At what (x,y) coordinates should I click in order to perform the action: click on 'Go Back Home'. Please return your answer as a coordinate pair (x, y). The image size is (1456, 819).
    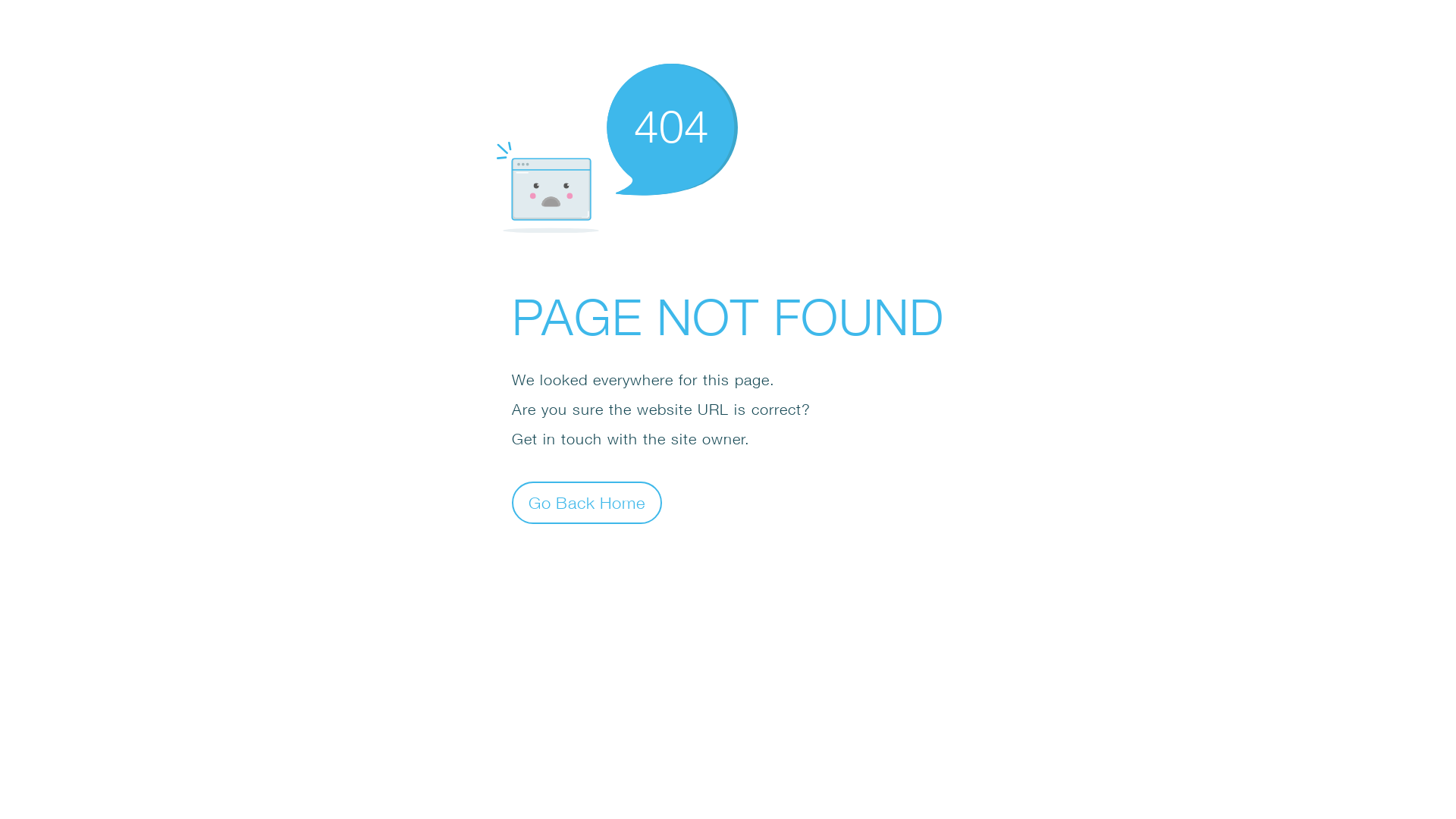
    Looking at the image, I should click on (585, 503).